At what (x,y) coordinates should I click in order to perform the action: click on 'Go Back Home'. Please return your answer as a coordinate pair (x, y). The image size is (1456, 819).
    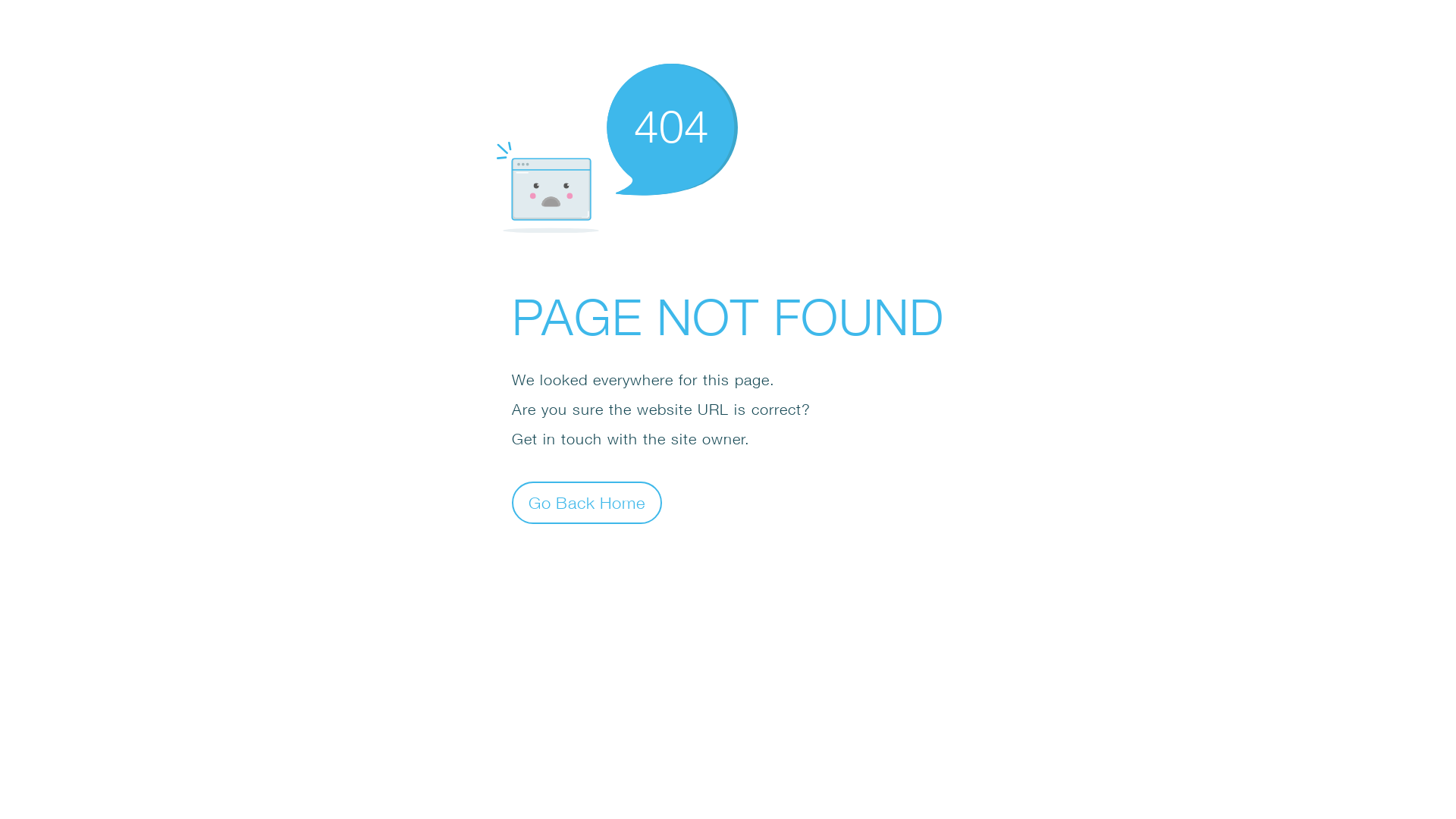
    Looking at the image, I should click on (585, 503).